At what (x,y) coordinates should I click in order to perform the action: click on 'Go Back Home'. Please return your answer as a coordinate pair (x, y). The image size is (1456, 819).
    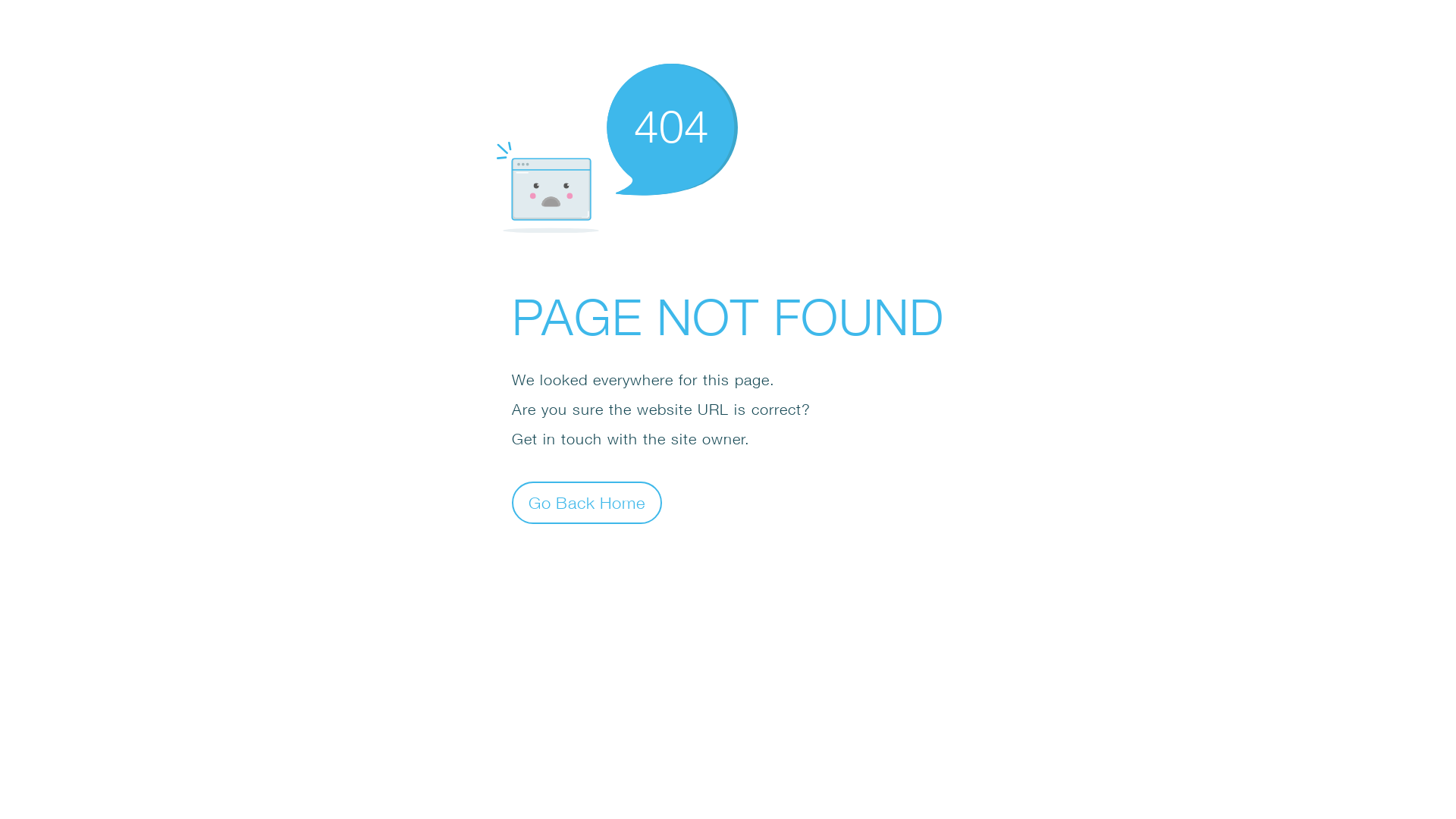
    Looking at the image, I should click on (585, 503).